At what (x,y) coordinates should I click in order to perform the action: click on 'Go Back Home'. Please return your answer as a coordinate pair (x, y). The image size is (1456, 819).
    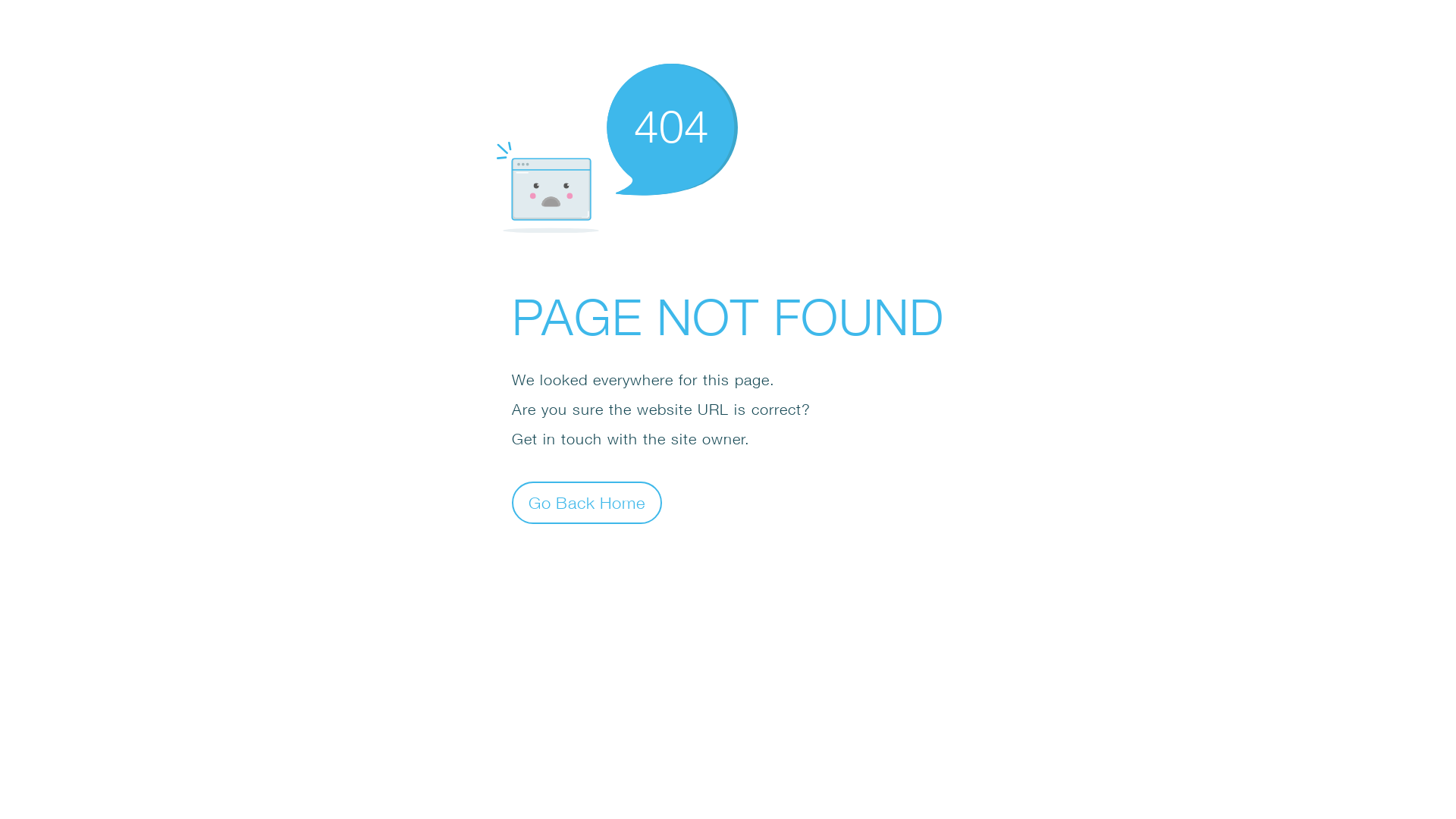
    Looking at the image, I should click on (585, 503).